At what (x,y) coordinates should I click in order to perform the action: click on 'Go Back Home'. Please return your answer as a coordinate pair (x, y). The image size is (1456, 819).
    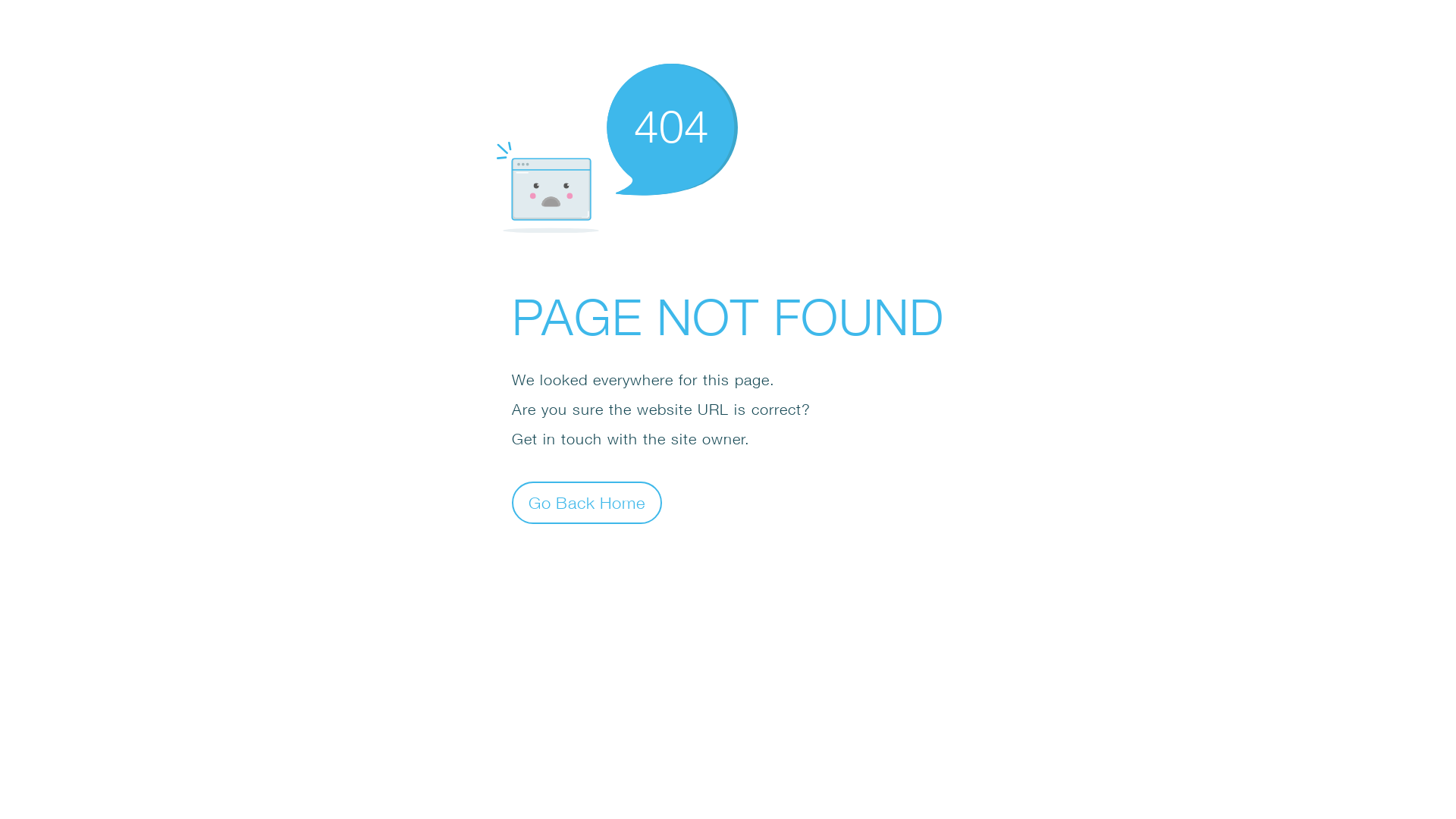
    Looking at the image, I should click on (585, 503).